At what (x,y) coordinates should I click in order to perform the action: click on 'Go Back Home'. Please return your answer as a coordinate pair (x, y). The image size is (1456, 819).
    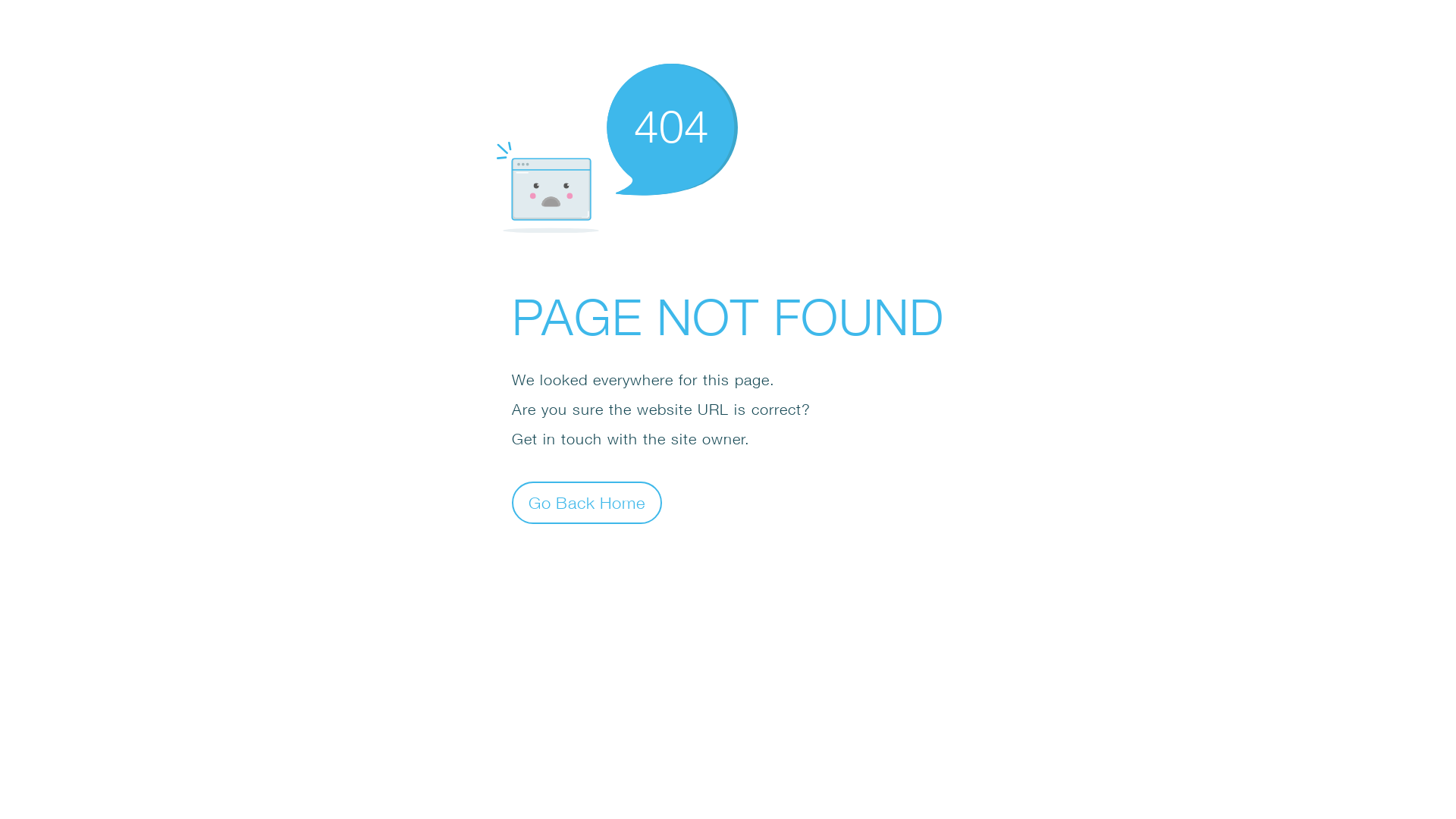
    Looking at the image, I should click on (585, 503).